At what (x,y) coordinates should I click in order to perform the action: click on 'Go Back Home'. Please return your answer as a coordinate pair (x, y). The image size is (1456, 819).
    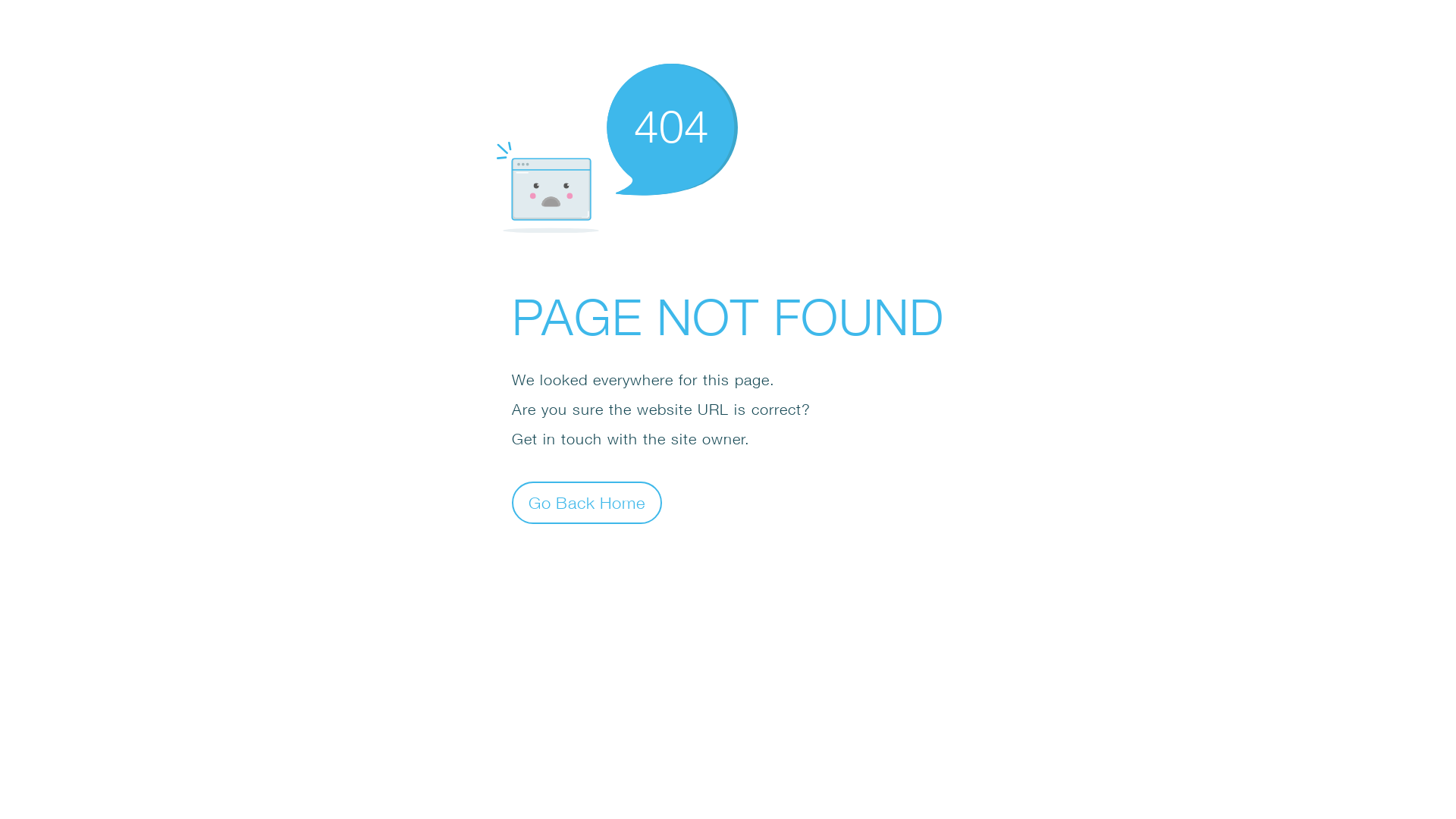
    Looking at the image, I should click on (585, 503).